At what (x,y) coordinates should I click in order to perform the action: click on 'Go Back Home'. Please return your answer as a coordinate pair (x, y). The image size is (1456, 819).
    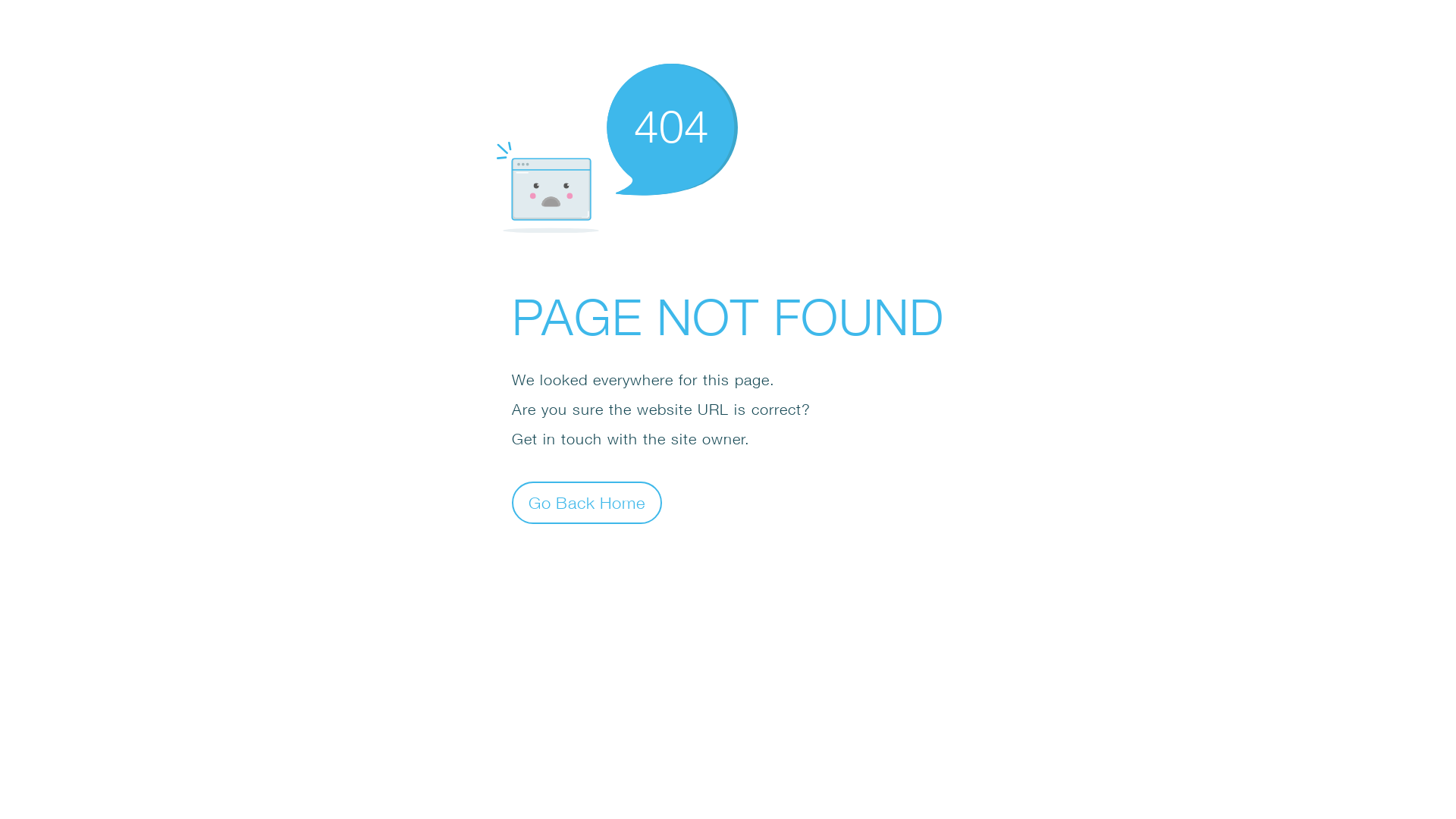
    Looking at the image, I should click on (585, 503).